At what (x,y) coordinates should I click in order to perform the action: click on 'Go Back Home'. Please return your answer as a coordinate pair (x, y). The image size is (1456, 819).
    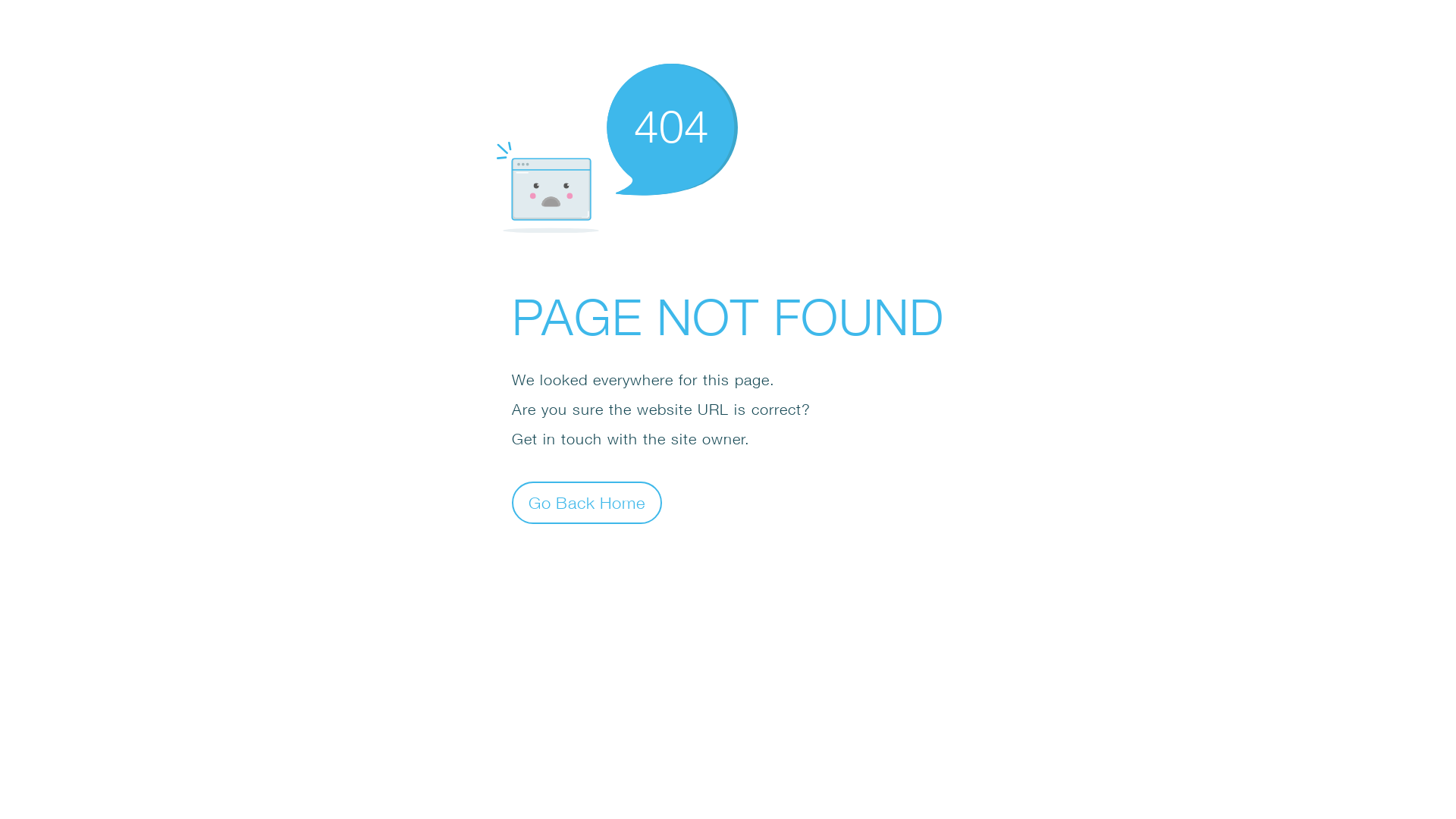
    Looking at the image, I should click on (585, 503).